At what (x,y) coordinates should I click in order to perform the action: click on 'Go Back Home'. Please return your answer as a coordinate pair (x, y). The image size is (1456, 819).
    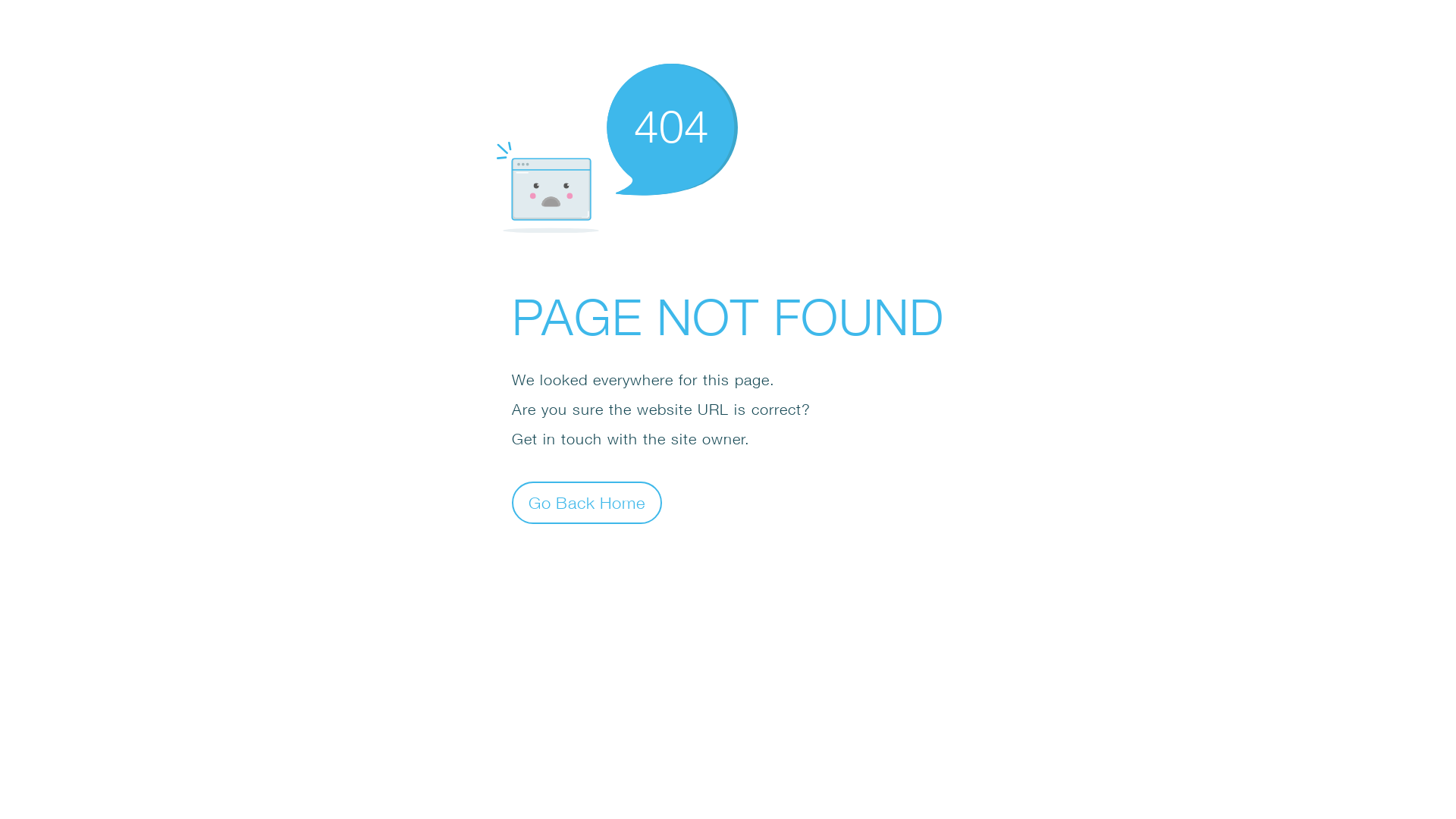
    Looking at the image, I should click on (585, 503).